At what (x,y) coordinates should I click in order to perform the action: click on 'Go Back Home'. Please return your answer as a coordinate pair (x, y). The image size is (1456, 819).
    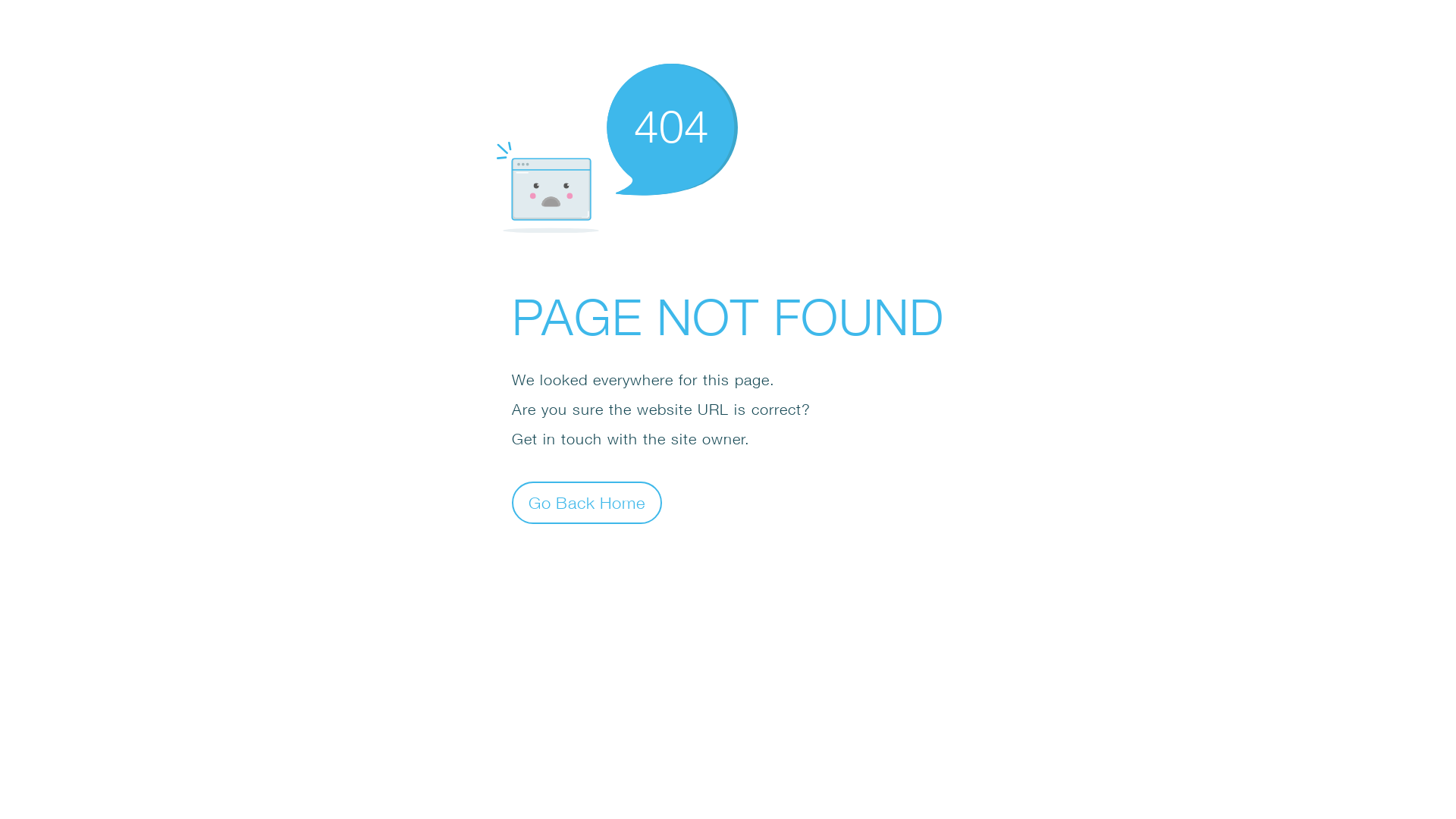
    Looking at the image, I should click on (585, 503).